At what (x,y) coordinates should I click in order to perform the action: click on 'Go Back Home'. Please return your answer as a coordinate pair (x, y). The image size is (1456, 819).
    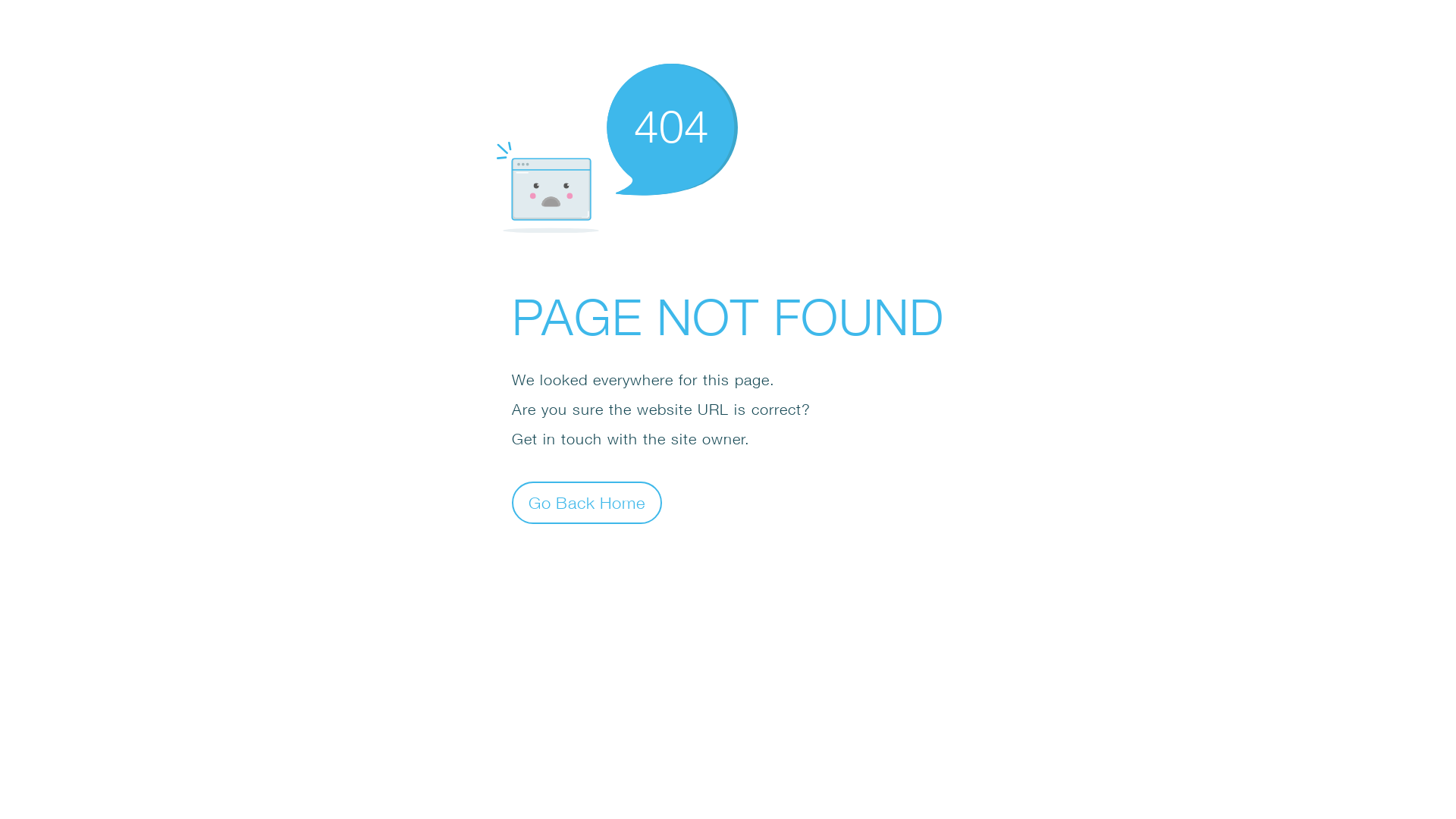
    Looking at the image, I should click on (585, 503).